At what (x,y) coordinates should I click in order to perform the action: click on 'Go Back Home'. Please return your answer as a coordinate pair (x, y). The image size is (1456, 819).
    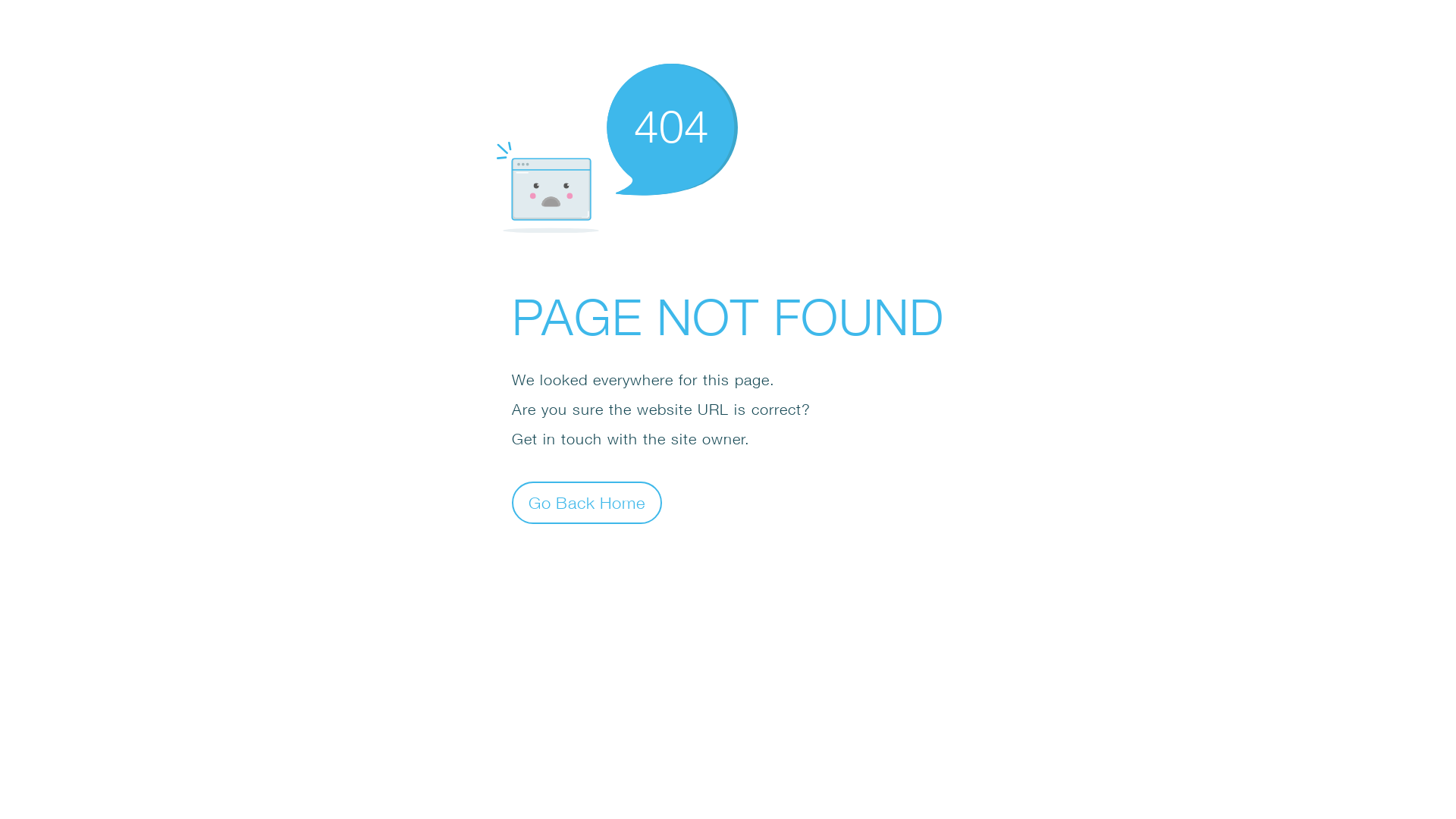
    Looking at the image, I should click on (585, 503).